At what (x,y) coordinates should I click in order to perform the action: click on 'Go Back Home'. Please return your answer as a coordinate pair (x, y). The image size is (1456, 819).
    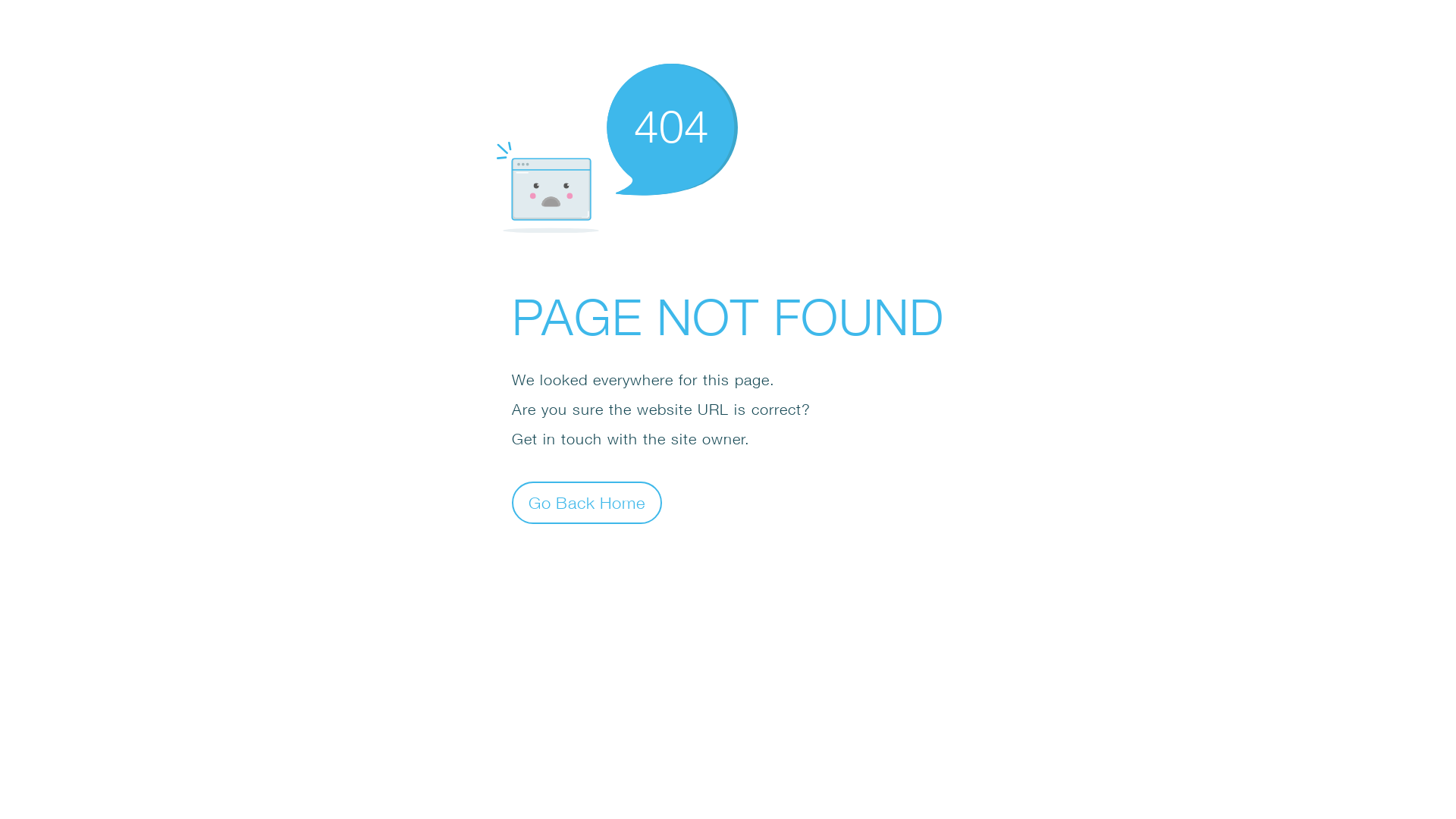
    Looking at the image, I should click on (585, 503).